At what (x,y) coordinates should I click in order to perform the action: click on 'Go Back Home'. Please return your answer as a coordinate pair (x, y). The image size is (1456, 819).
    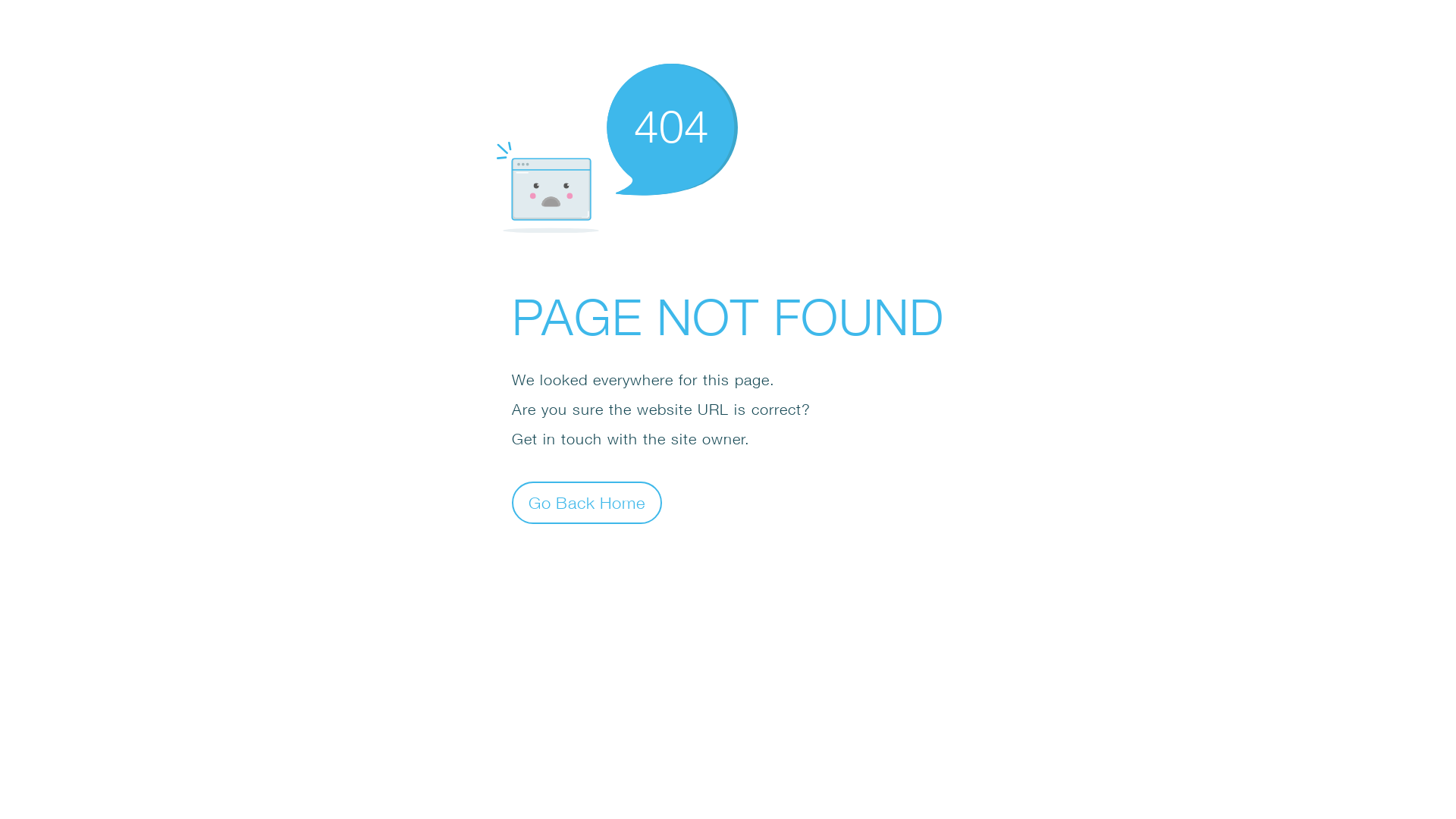
    Looking at the image, I should click on (585, 503).